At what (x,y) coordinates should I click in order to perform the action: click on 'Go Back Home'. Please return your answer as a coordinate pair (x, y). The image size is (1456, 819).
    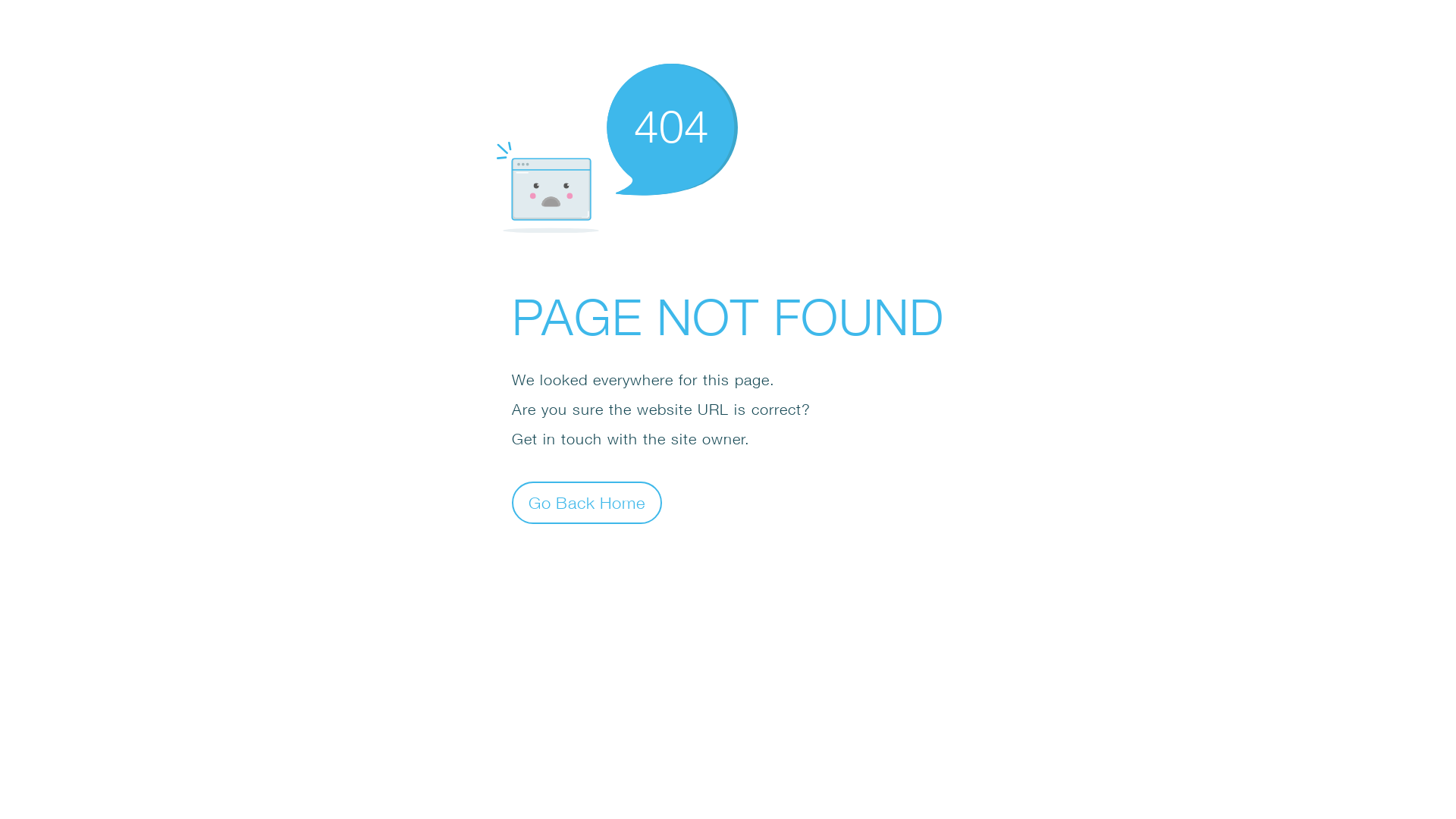
    Looking at the image, I should click on (585, 503).